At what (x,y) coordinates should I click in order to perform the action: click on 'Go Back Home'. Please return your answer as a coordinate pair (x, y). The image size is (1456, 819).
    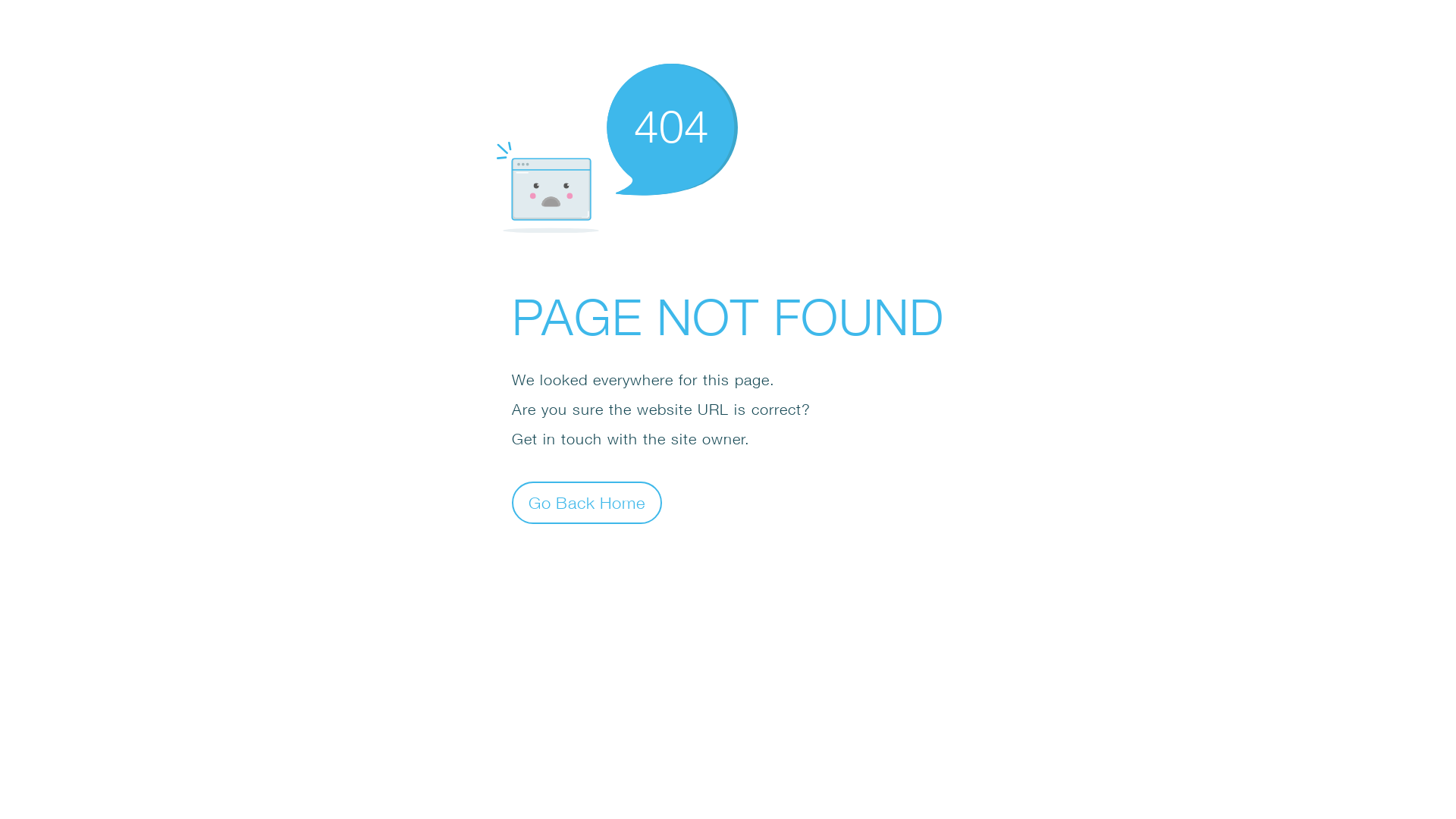
    Looking at the image, I should click on (585, 503).